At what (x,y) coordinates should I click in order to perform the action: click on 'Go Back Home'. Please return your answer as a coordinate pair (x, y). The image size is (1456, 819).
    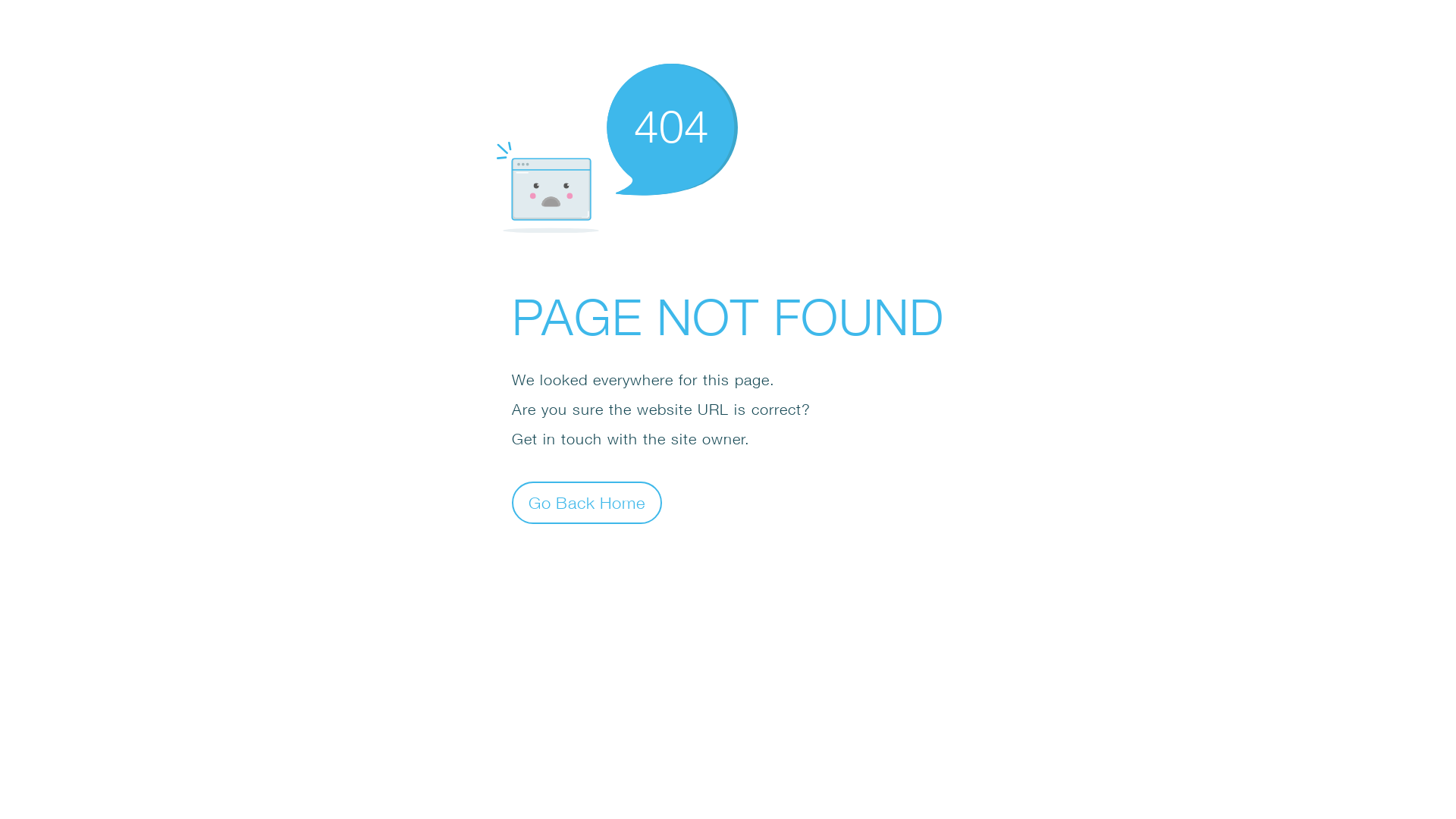
    Looking at the image, I should click on (585, 503).